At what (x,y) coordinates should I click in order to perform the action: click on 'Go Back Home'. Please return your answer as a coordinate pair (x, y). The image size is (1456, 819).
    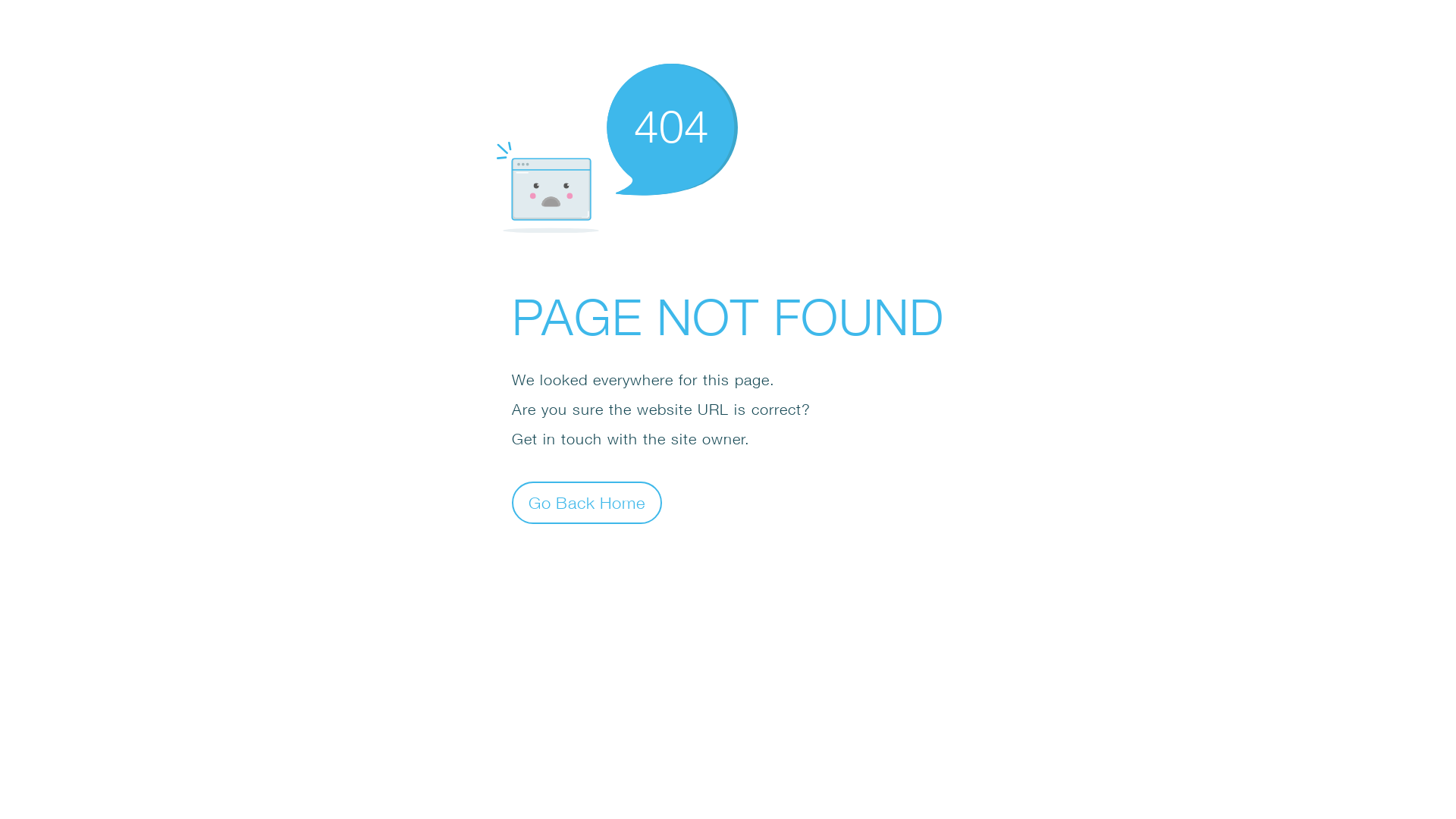
    Looking at the image, I should click on (585, 503).